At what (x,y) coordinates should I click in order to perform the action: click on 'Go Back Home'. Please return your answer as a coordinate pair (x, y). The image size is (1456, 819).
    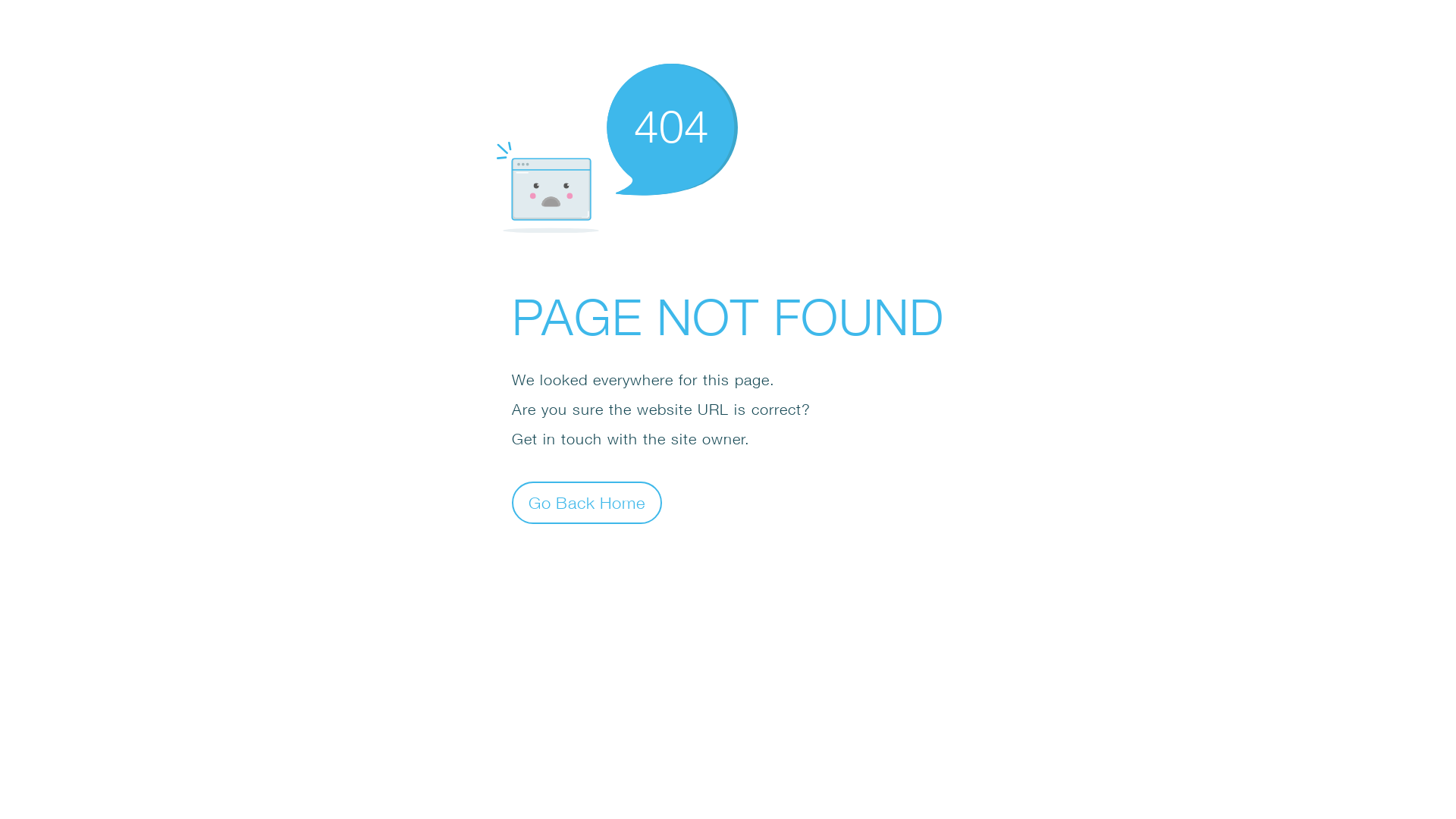
    Looking at the image, I should click on (585, 503).